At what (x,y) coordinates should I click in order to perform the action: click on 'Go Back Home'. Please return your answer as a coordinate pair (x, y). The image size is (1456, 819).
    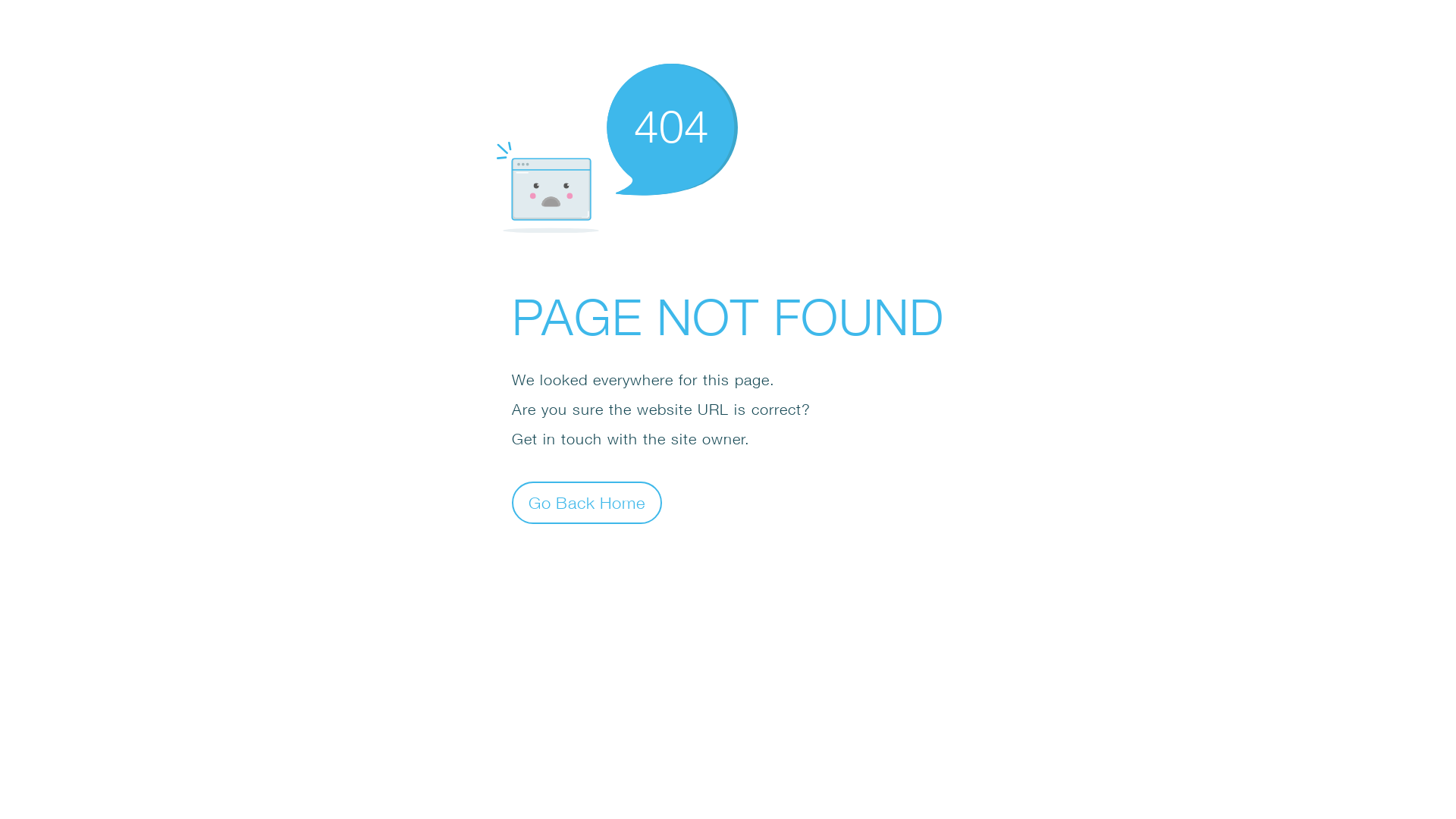
    Looking at the image, I should click on (585, 503).